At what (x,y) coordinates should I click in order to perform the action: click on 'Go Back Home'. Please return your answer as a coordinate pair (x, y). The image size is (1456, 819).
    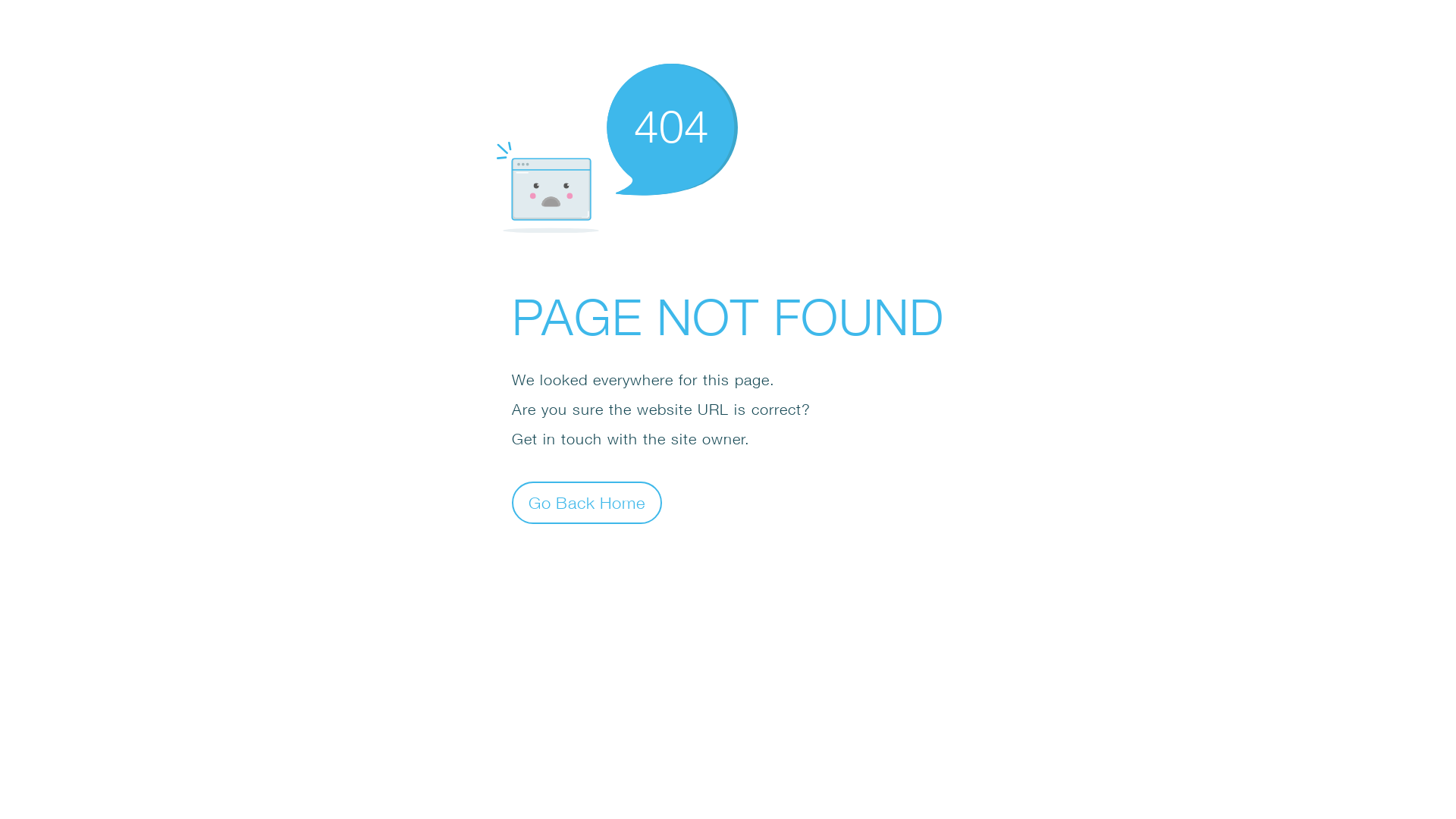
    Looking at the image, I should click on (585, 503).